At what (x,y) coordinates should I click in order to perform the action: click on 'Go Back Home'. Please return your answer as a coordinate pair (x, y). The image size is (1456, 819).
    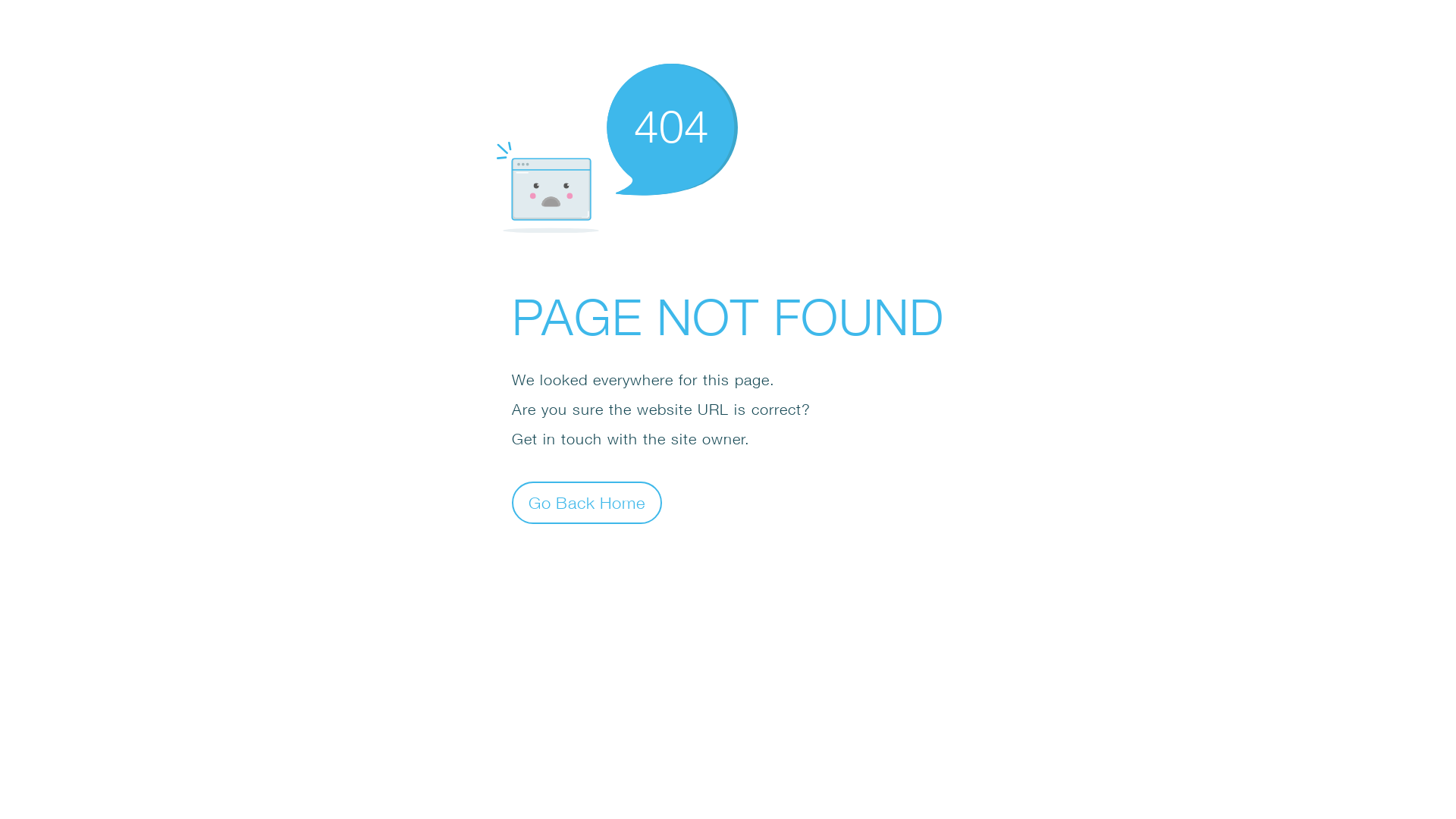
    Looking at the image, I should click on (585, 503).